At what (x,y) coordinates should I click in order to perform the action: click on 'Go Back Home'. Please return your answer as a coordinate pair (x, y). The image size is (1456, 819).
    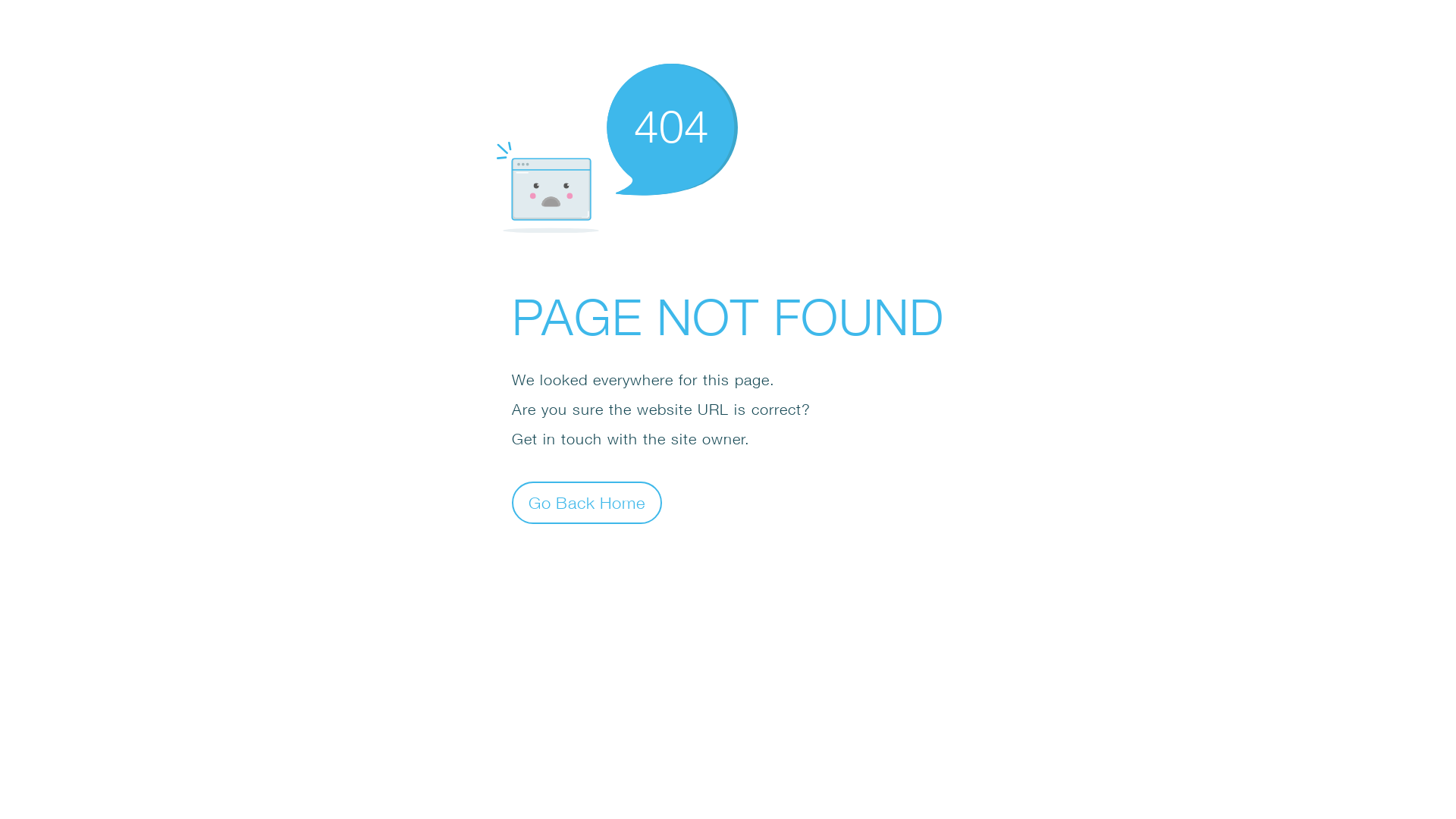
    Looking at the image, I should click on (585, 503).